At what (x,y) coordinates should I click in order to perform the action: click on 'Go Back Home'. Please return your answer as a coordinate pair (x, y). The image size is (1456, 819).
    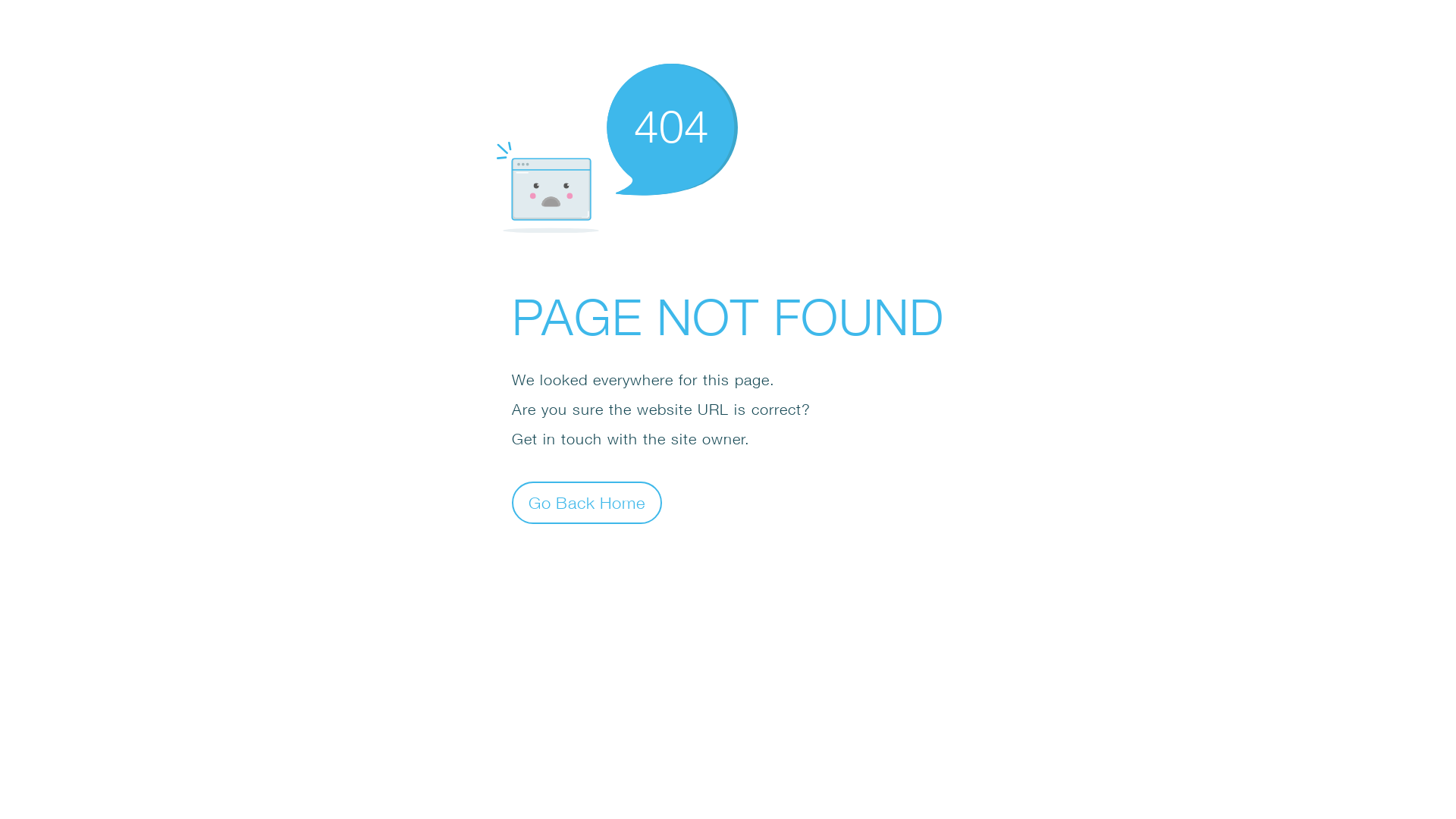
    Looking at the image, I should click on (585, 503).